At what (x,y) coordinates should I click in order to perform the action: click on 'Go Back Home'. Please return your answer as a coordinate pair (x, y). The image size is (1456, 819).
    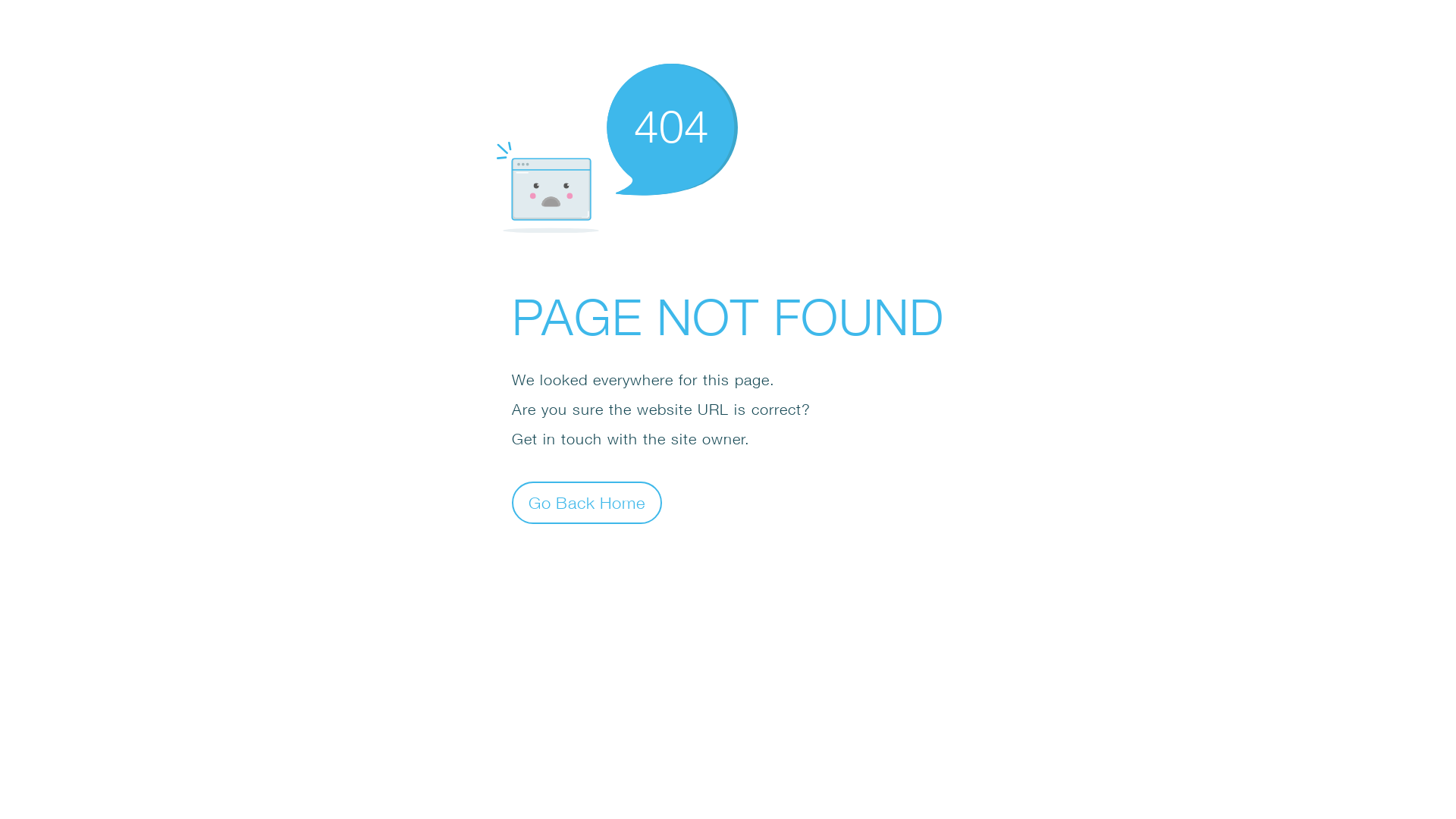
    Looking at the image, I should click on (585, 503).